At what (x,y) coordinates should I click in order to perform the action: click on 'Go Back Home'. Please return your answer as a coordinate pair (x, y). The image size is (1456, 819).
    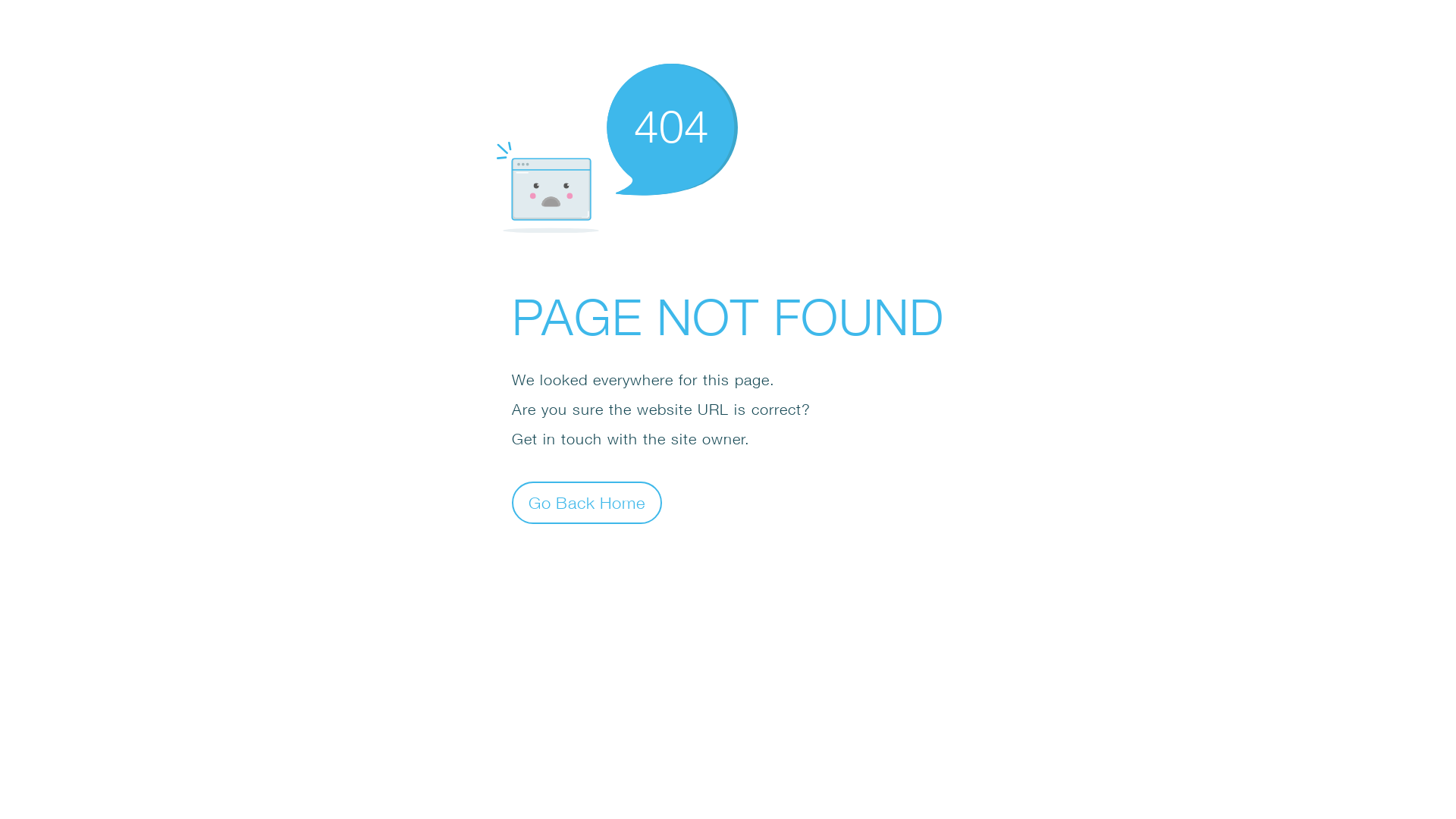
    Looking at the image, I should click on (585, 503).